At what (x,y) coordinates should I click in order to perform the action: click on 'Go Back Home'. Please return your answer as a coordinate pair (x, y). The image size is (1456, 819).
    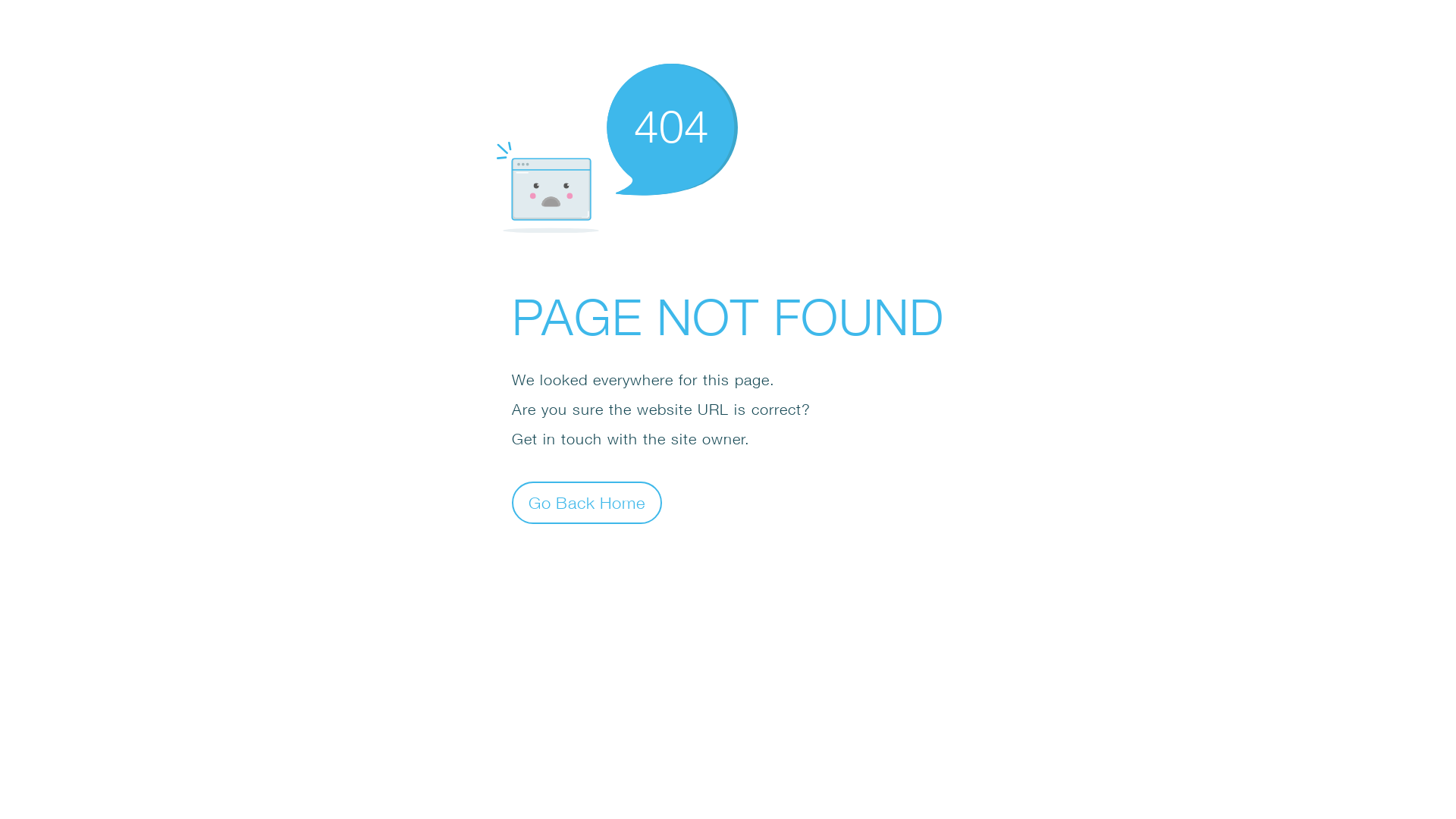
    Looking at the image, I should click on (585, 503).